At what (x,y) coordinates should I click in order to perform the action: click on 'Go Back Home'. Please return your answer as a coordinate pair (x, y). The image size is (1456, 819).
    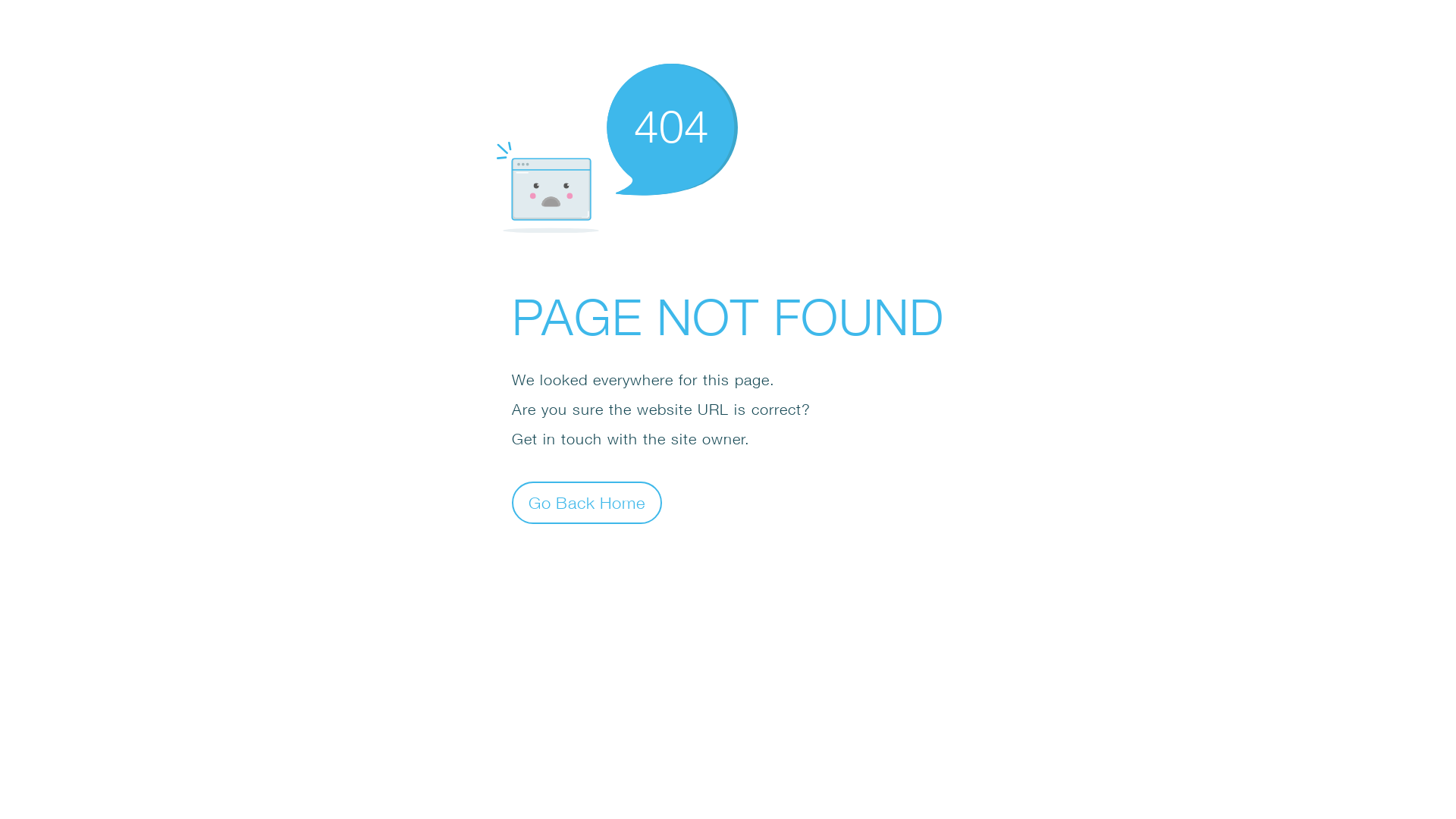
    Looking at the image, I should click on (585, 503).